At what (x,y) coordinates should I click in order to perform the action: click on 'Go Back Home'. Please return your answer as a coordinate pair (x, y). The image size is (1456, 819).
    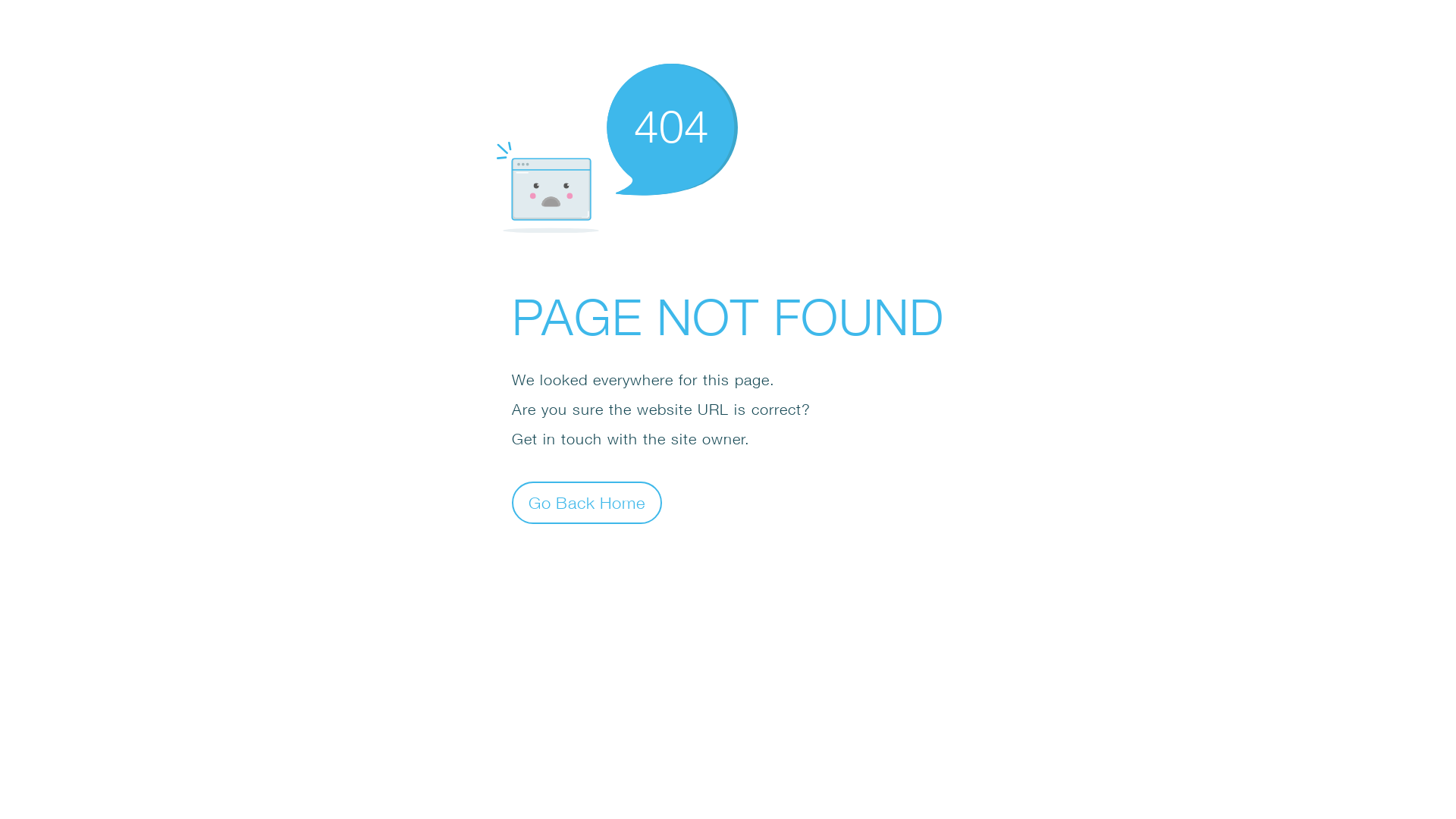
    Looking at the image, I should click on (585, 503).